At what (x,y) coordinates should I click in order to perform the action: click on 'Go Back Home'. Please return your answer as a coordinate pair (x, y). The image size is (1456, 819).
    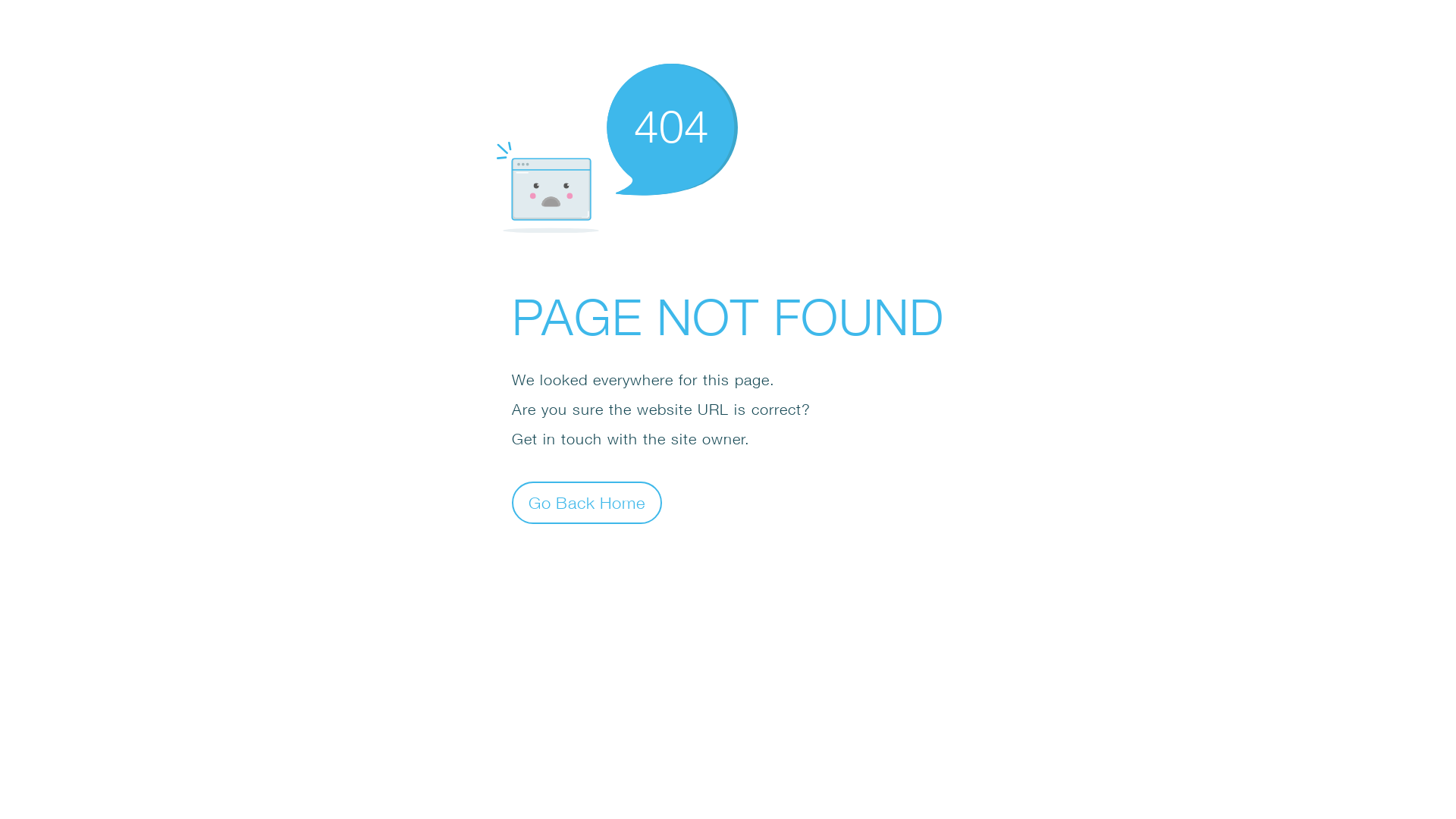
    Looking at the image, I should click on (585, 503).